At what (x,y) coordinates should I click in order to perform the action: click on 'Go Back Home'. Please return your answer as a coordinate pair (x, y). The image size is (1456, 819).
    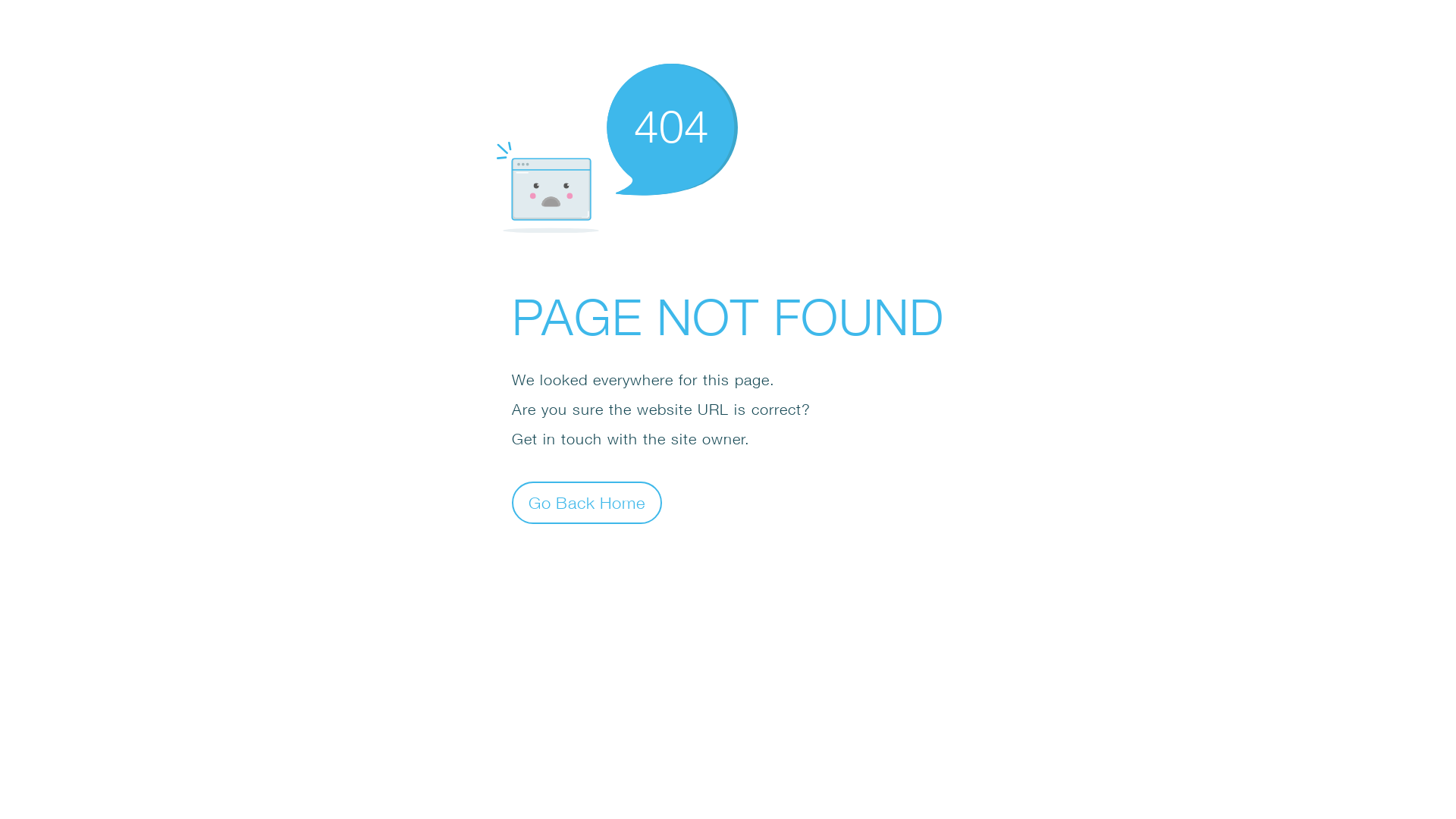
    Looking at the image, I should click on (585, 503).